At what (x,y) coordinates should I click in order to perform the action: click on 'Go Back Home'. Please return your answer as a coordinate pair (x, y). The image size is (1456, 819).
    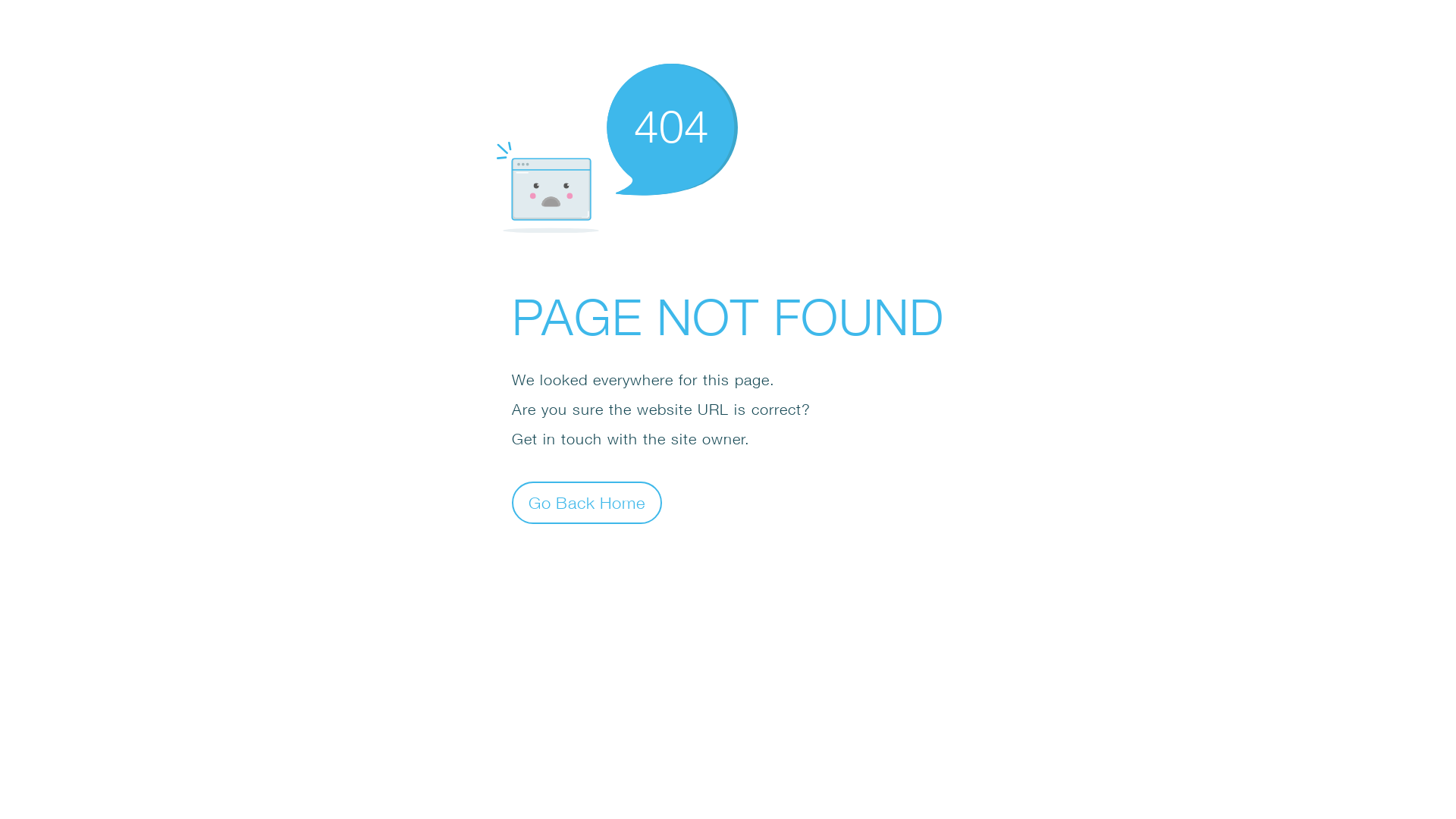
    Looking at the image, I should click on (585, 503).